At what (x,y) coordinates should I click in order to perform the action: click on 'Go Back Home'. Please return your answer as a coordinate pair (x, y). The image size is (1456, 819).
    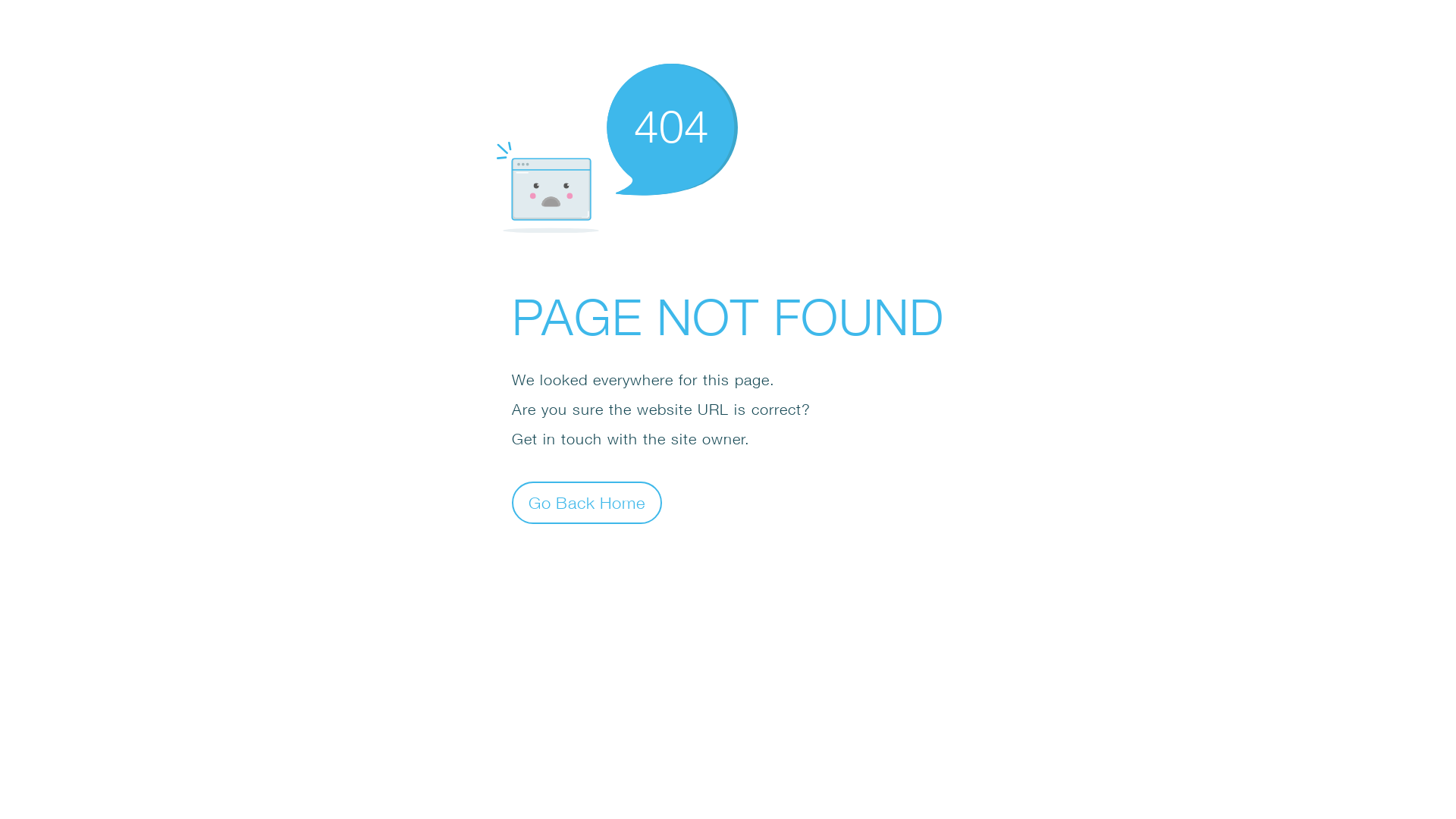
    Looking at the image, I should click on (585, 503).